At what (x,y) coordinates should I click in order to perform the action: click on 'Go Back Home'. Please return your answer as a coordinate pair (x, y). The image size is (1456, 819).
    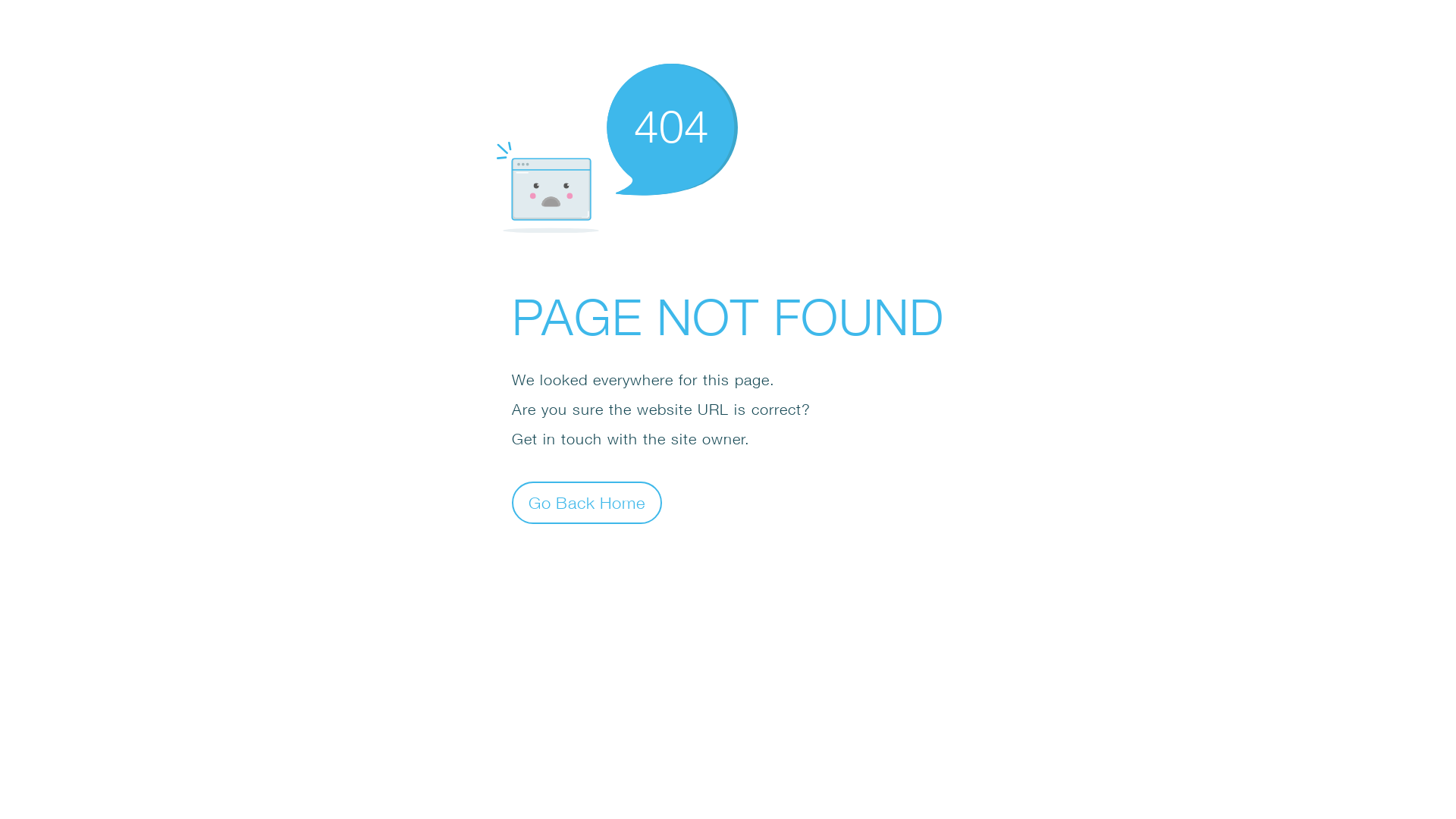
    Looking at the image, I should click on (585, 503).